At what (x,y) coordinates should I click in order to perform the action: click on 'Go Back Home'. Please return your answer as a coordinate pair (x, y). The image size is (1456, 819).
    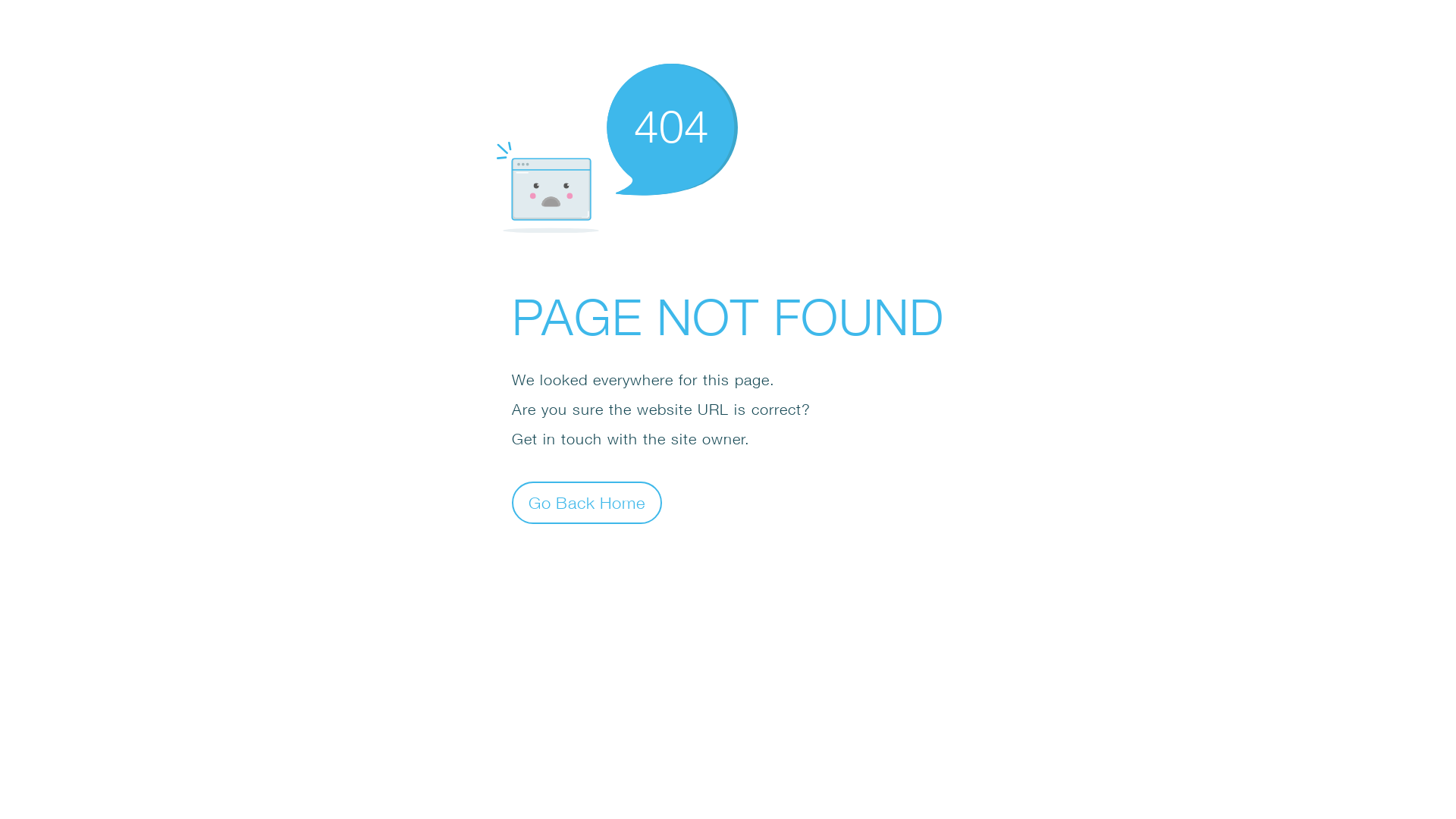
    Looking at the image, I should click on (585, 503).